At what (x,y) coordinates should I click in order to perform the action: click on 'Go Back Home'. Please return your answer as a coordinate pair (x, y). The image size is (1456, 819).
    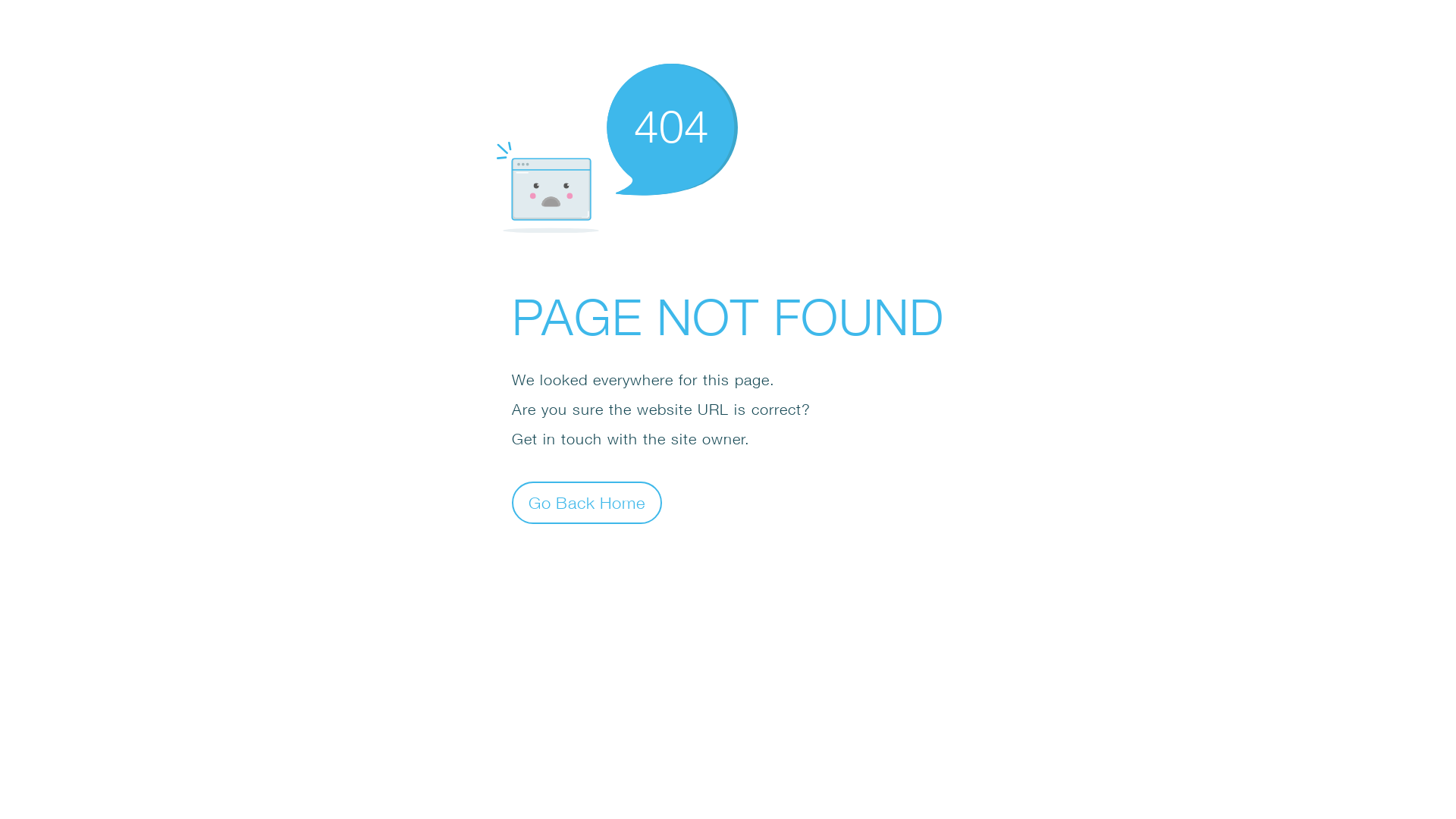
    Looking at the image, I should click on (585, 503).